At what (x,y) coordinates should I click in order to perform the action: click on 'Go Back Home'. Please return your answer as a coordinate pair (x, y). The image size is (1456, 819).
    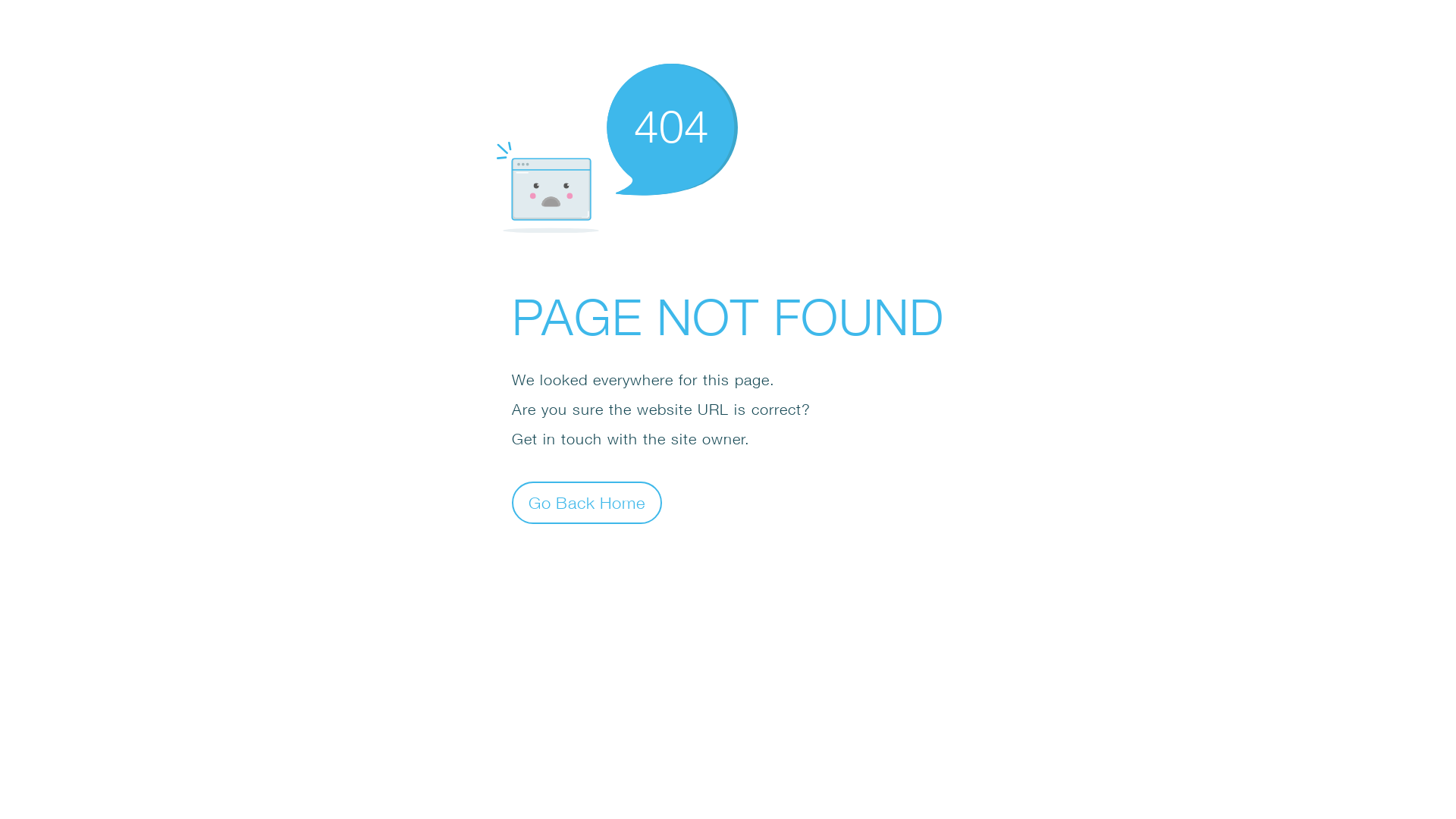
    Looking at the image, I should click on (585, 503).